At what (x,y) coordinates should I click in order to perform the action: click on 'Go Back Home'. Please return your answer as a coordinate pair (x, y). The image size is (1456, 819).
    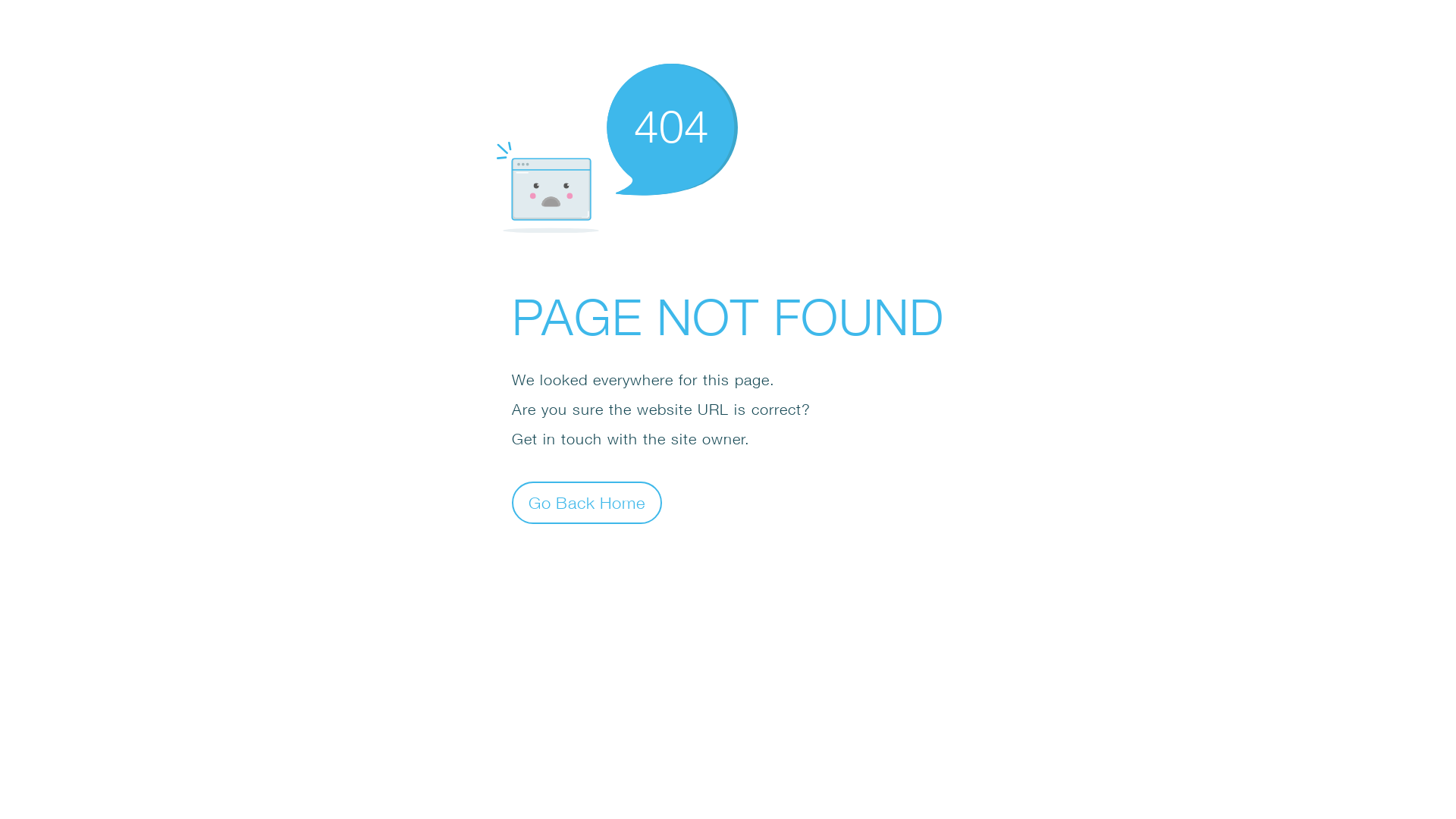
    Looking at the image, I should click on (585, 503).